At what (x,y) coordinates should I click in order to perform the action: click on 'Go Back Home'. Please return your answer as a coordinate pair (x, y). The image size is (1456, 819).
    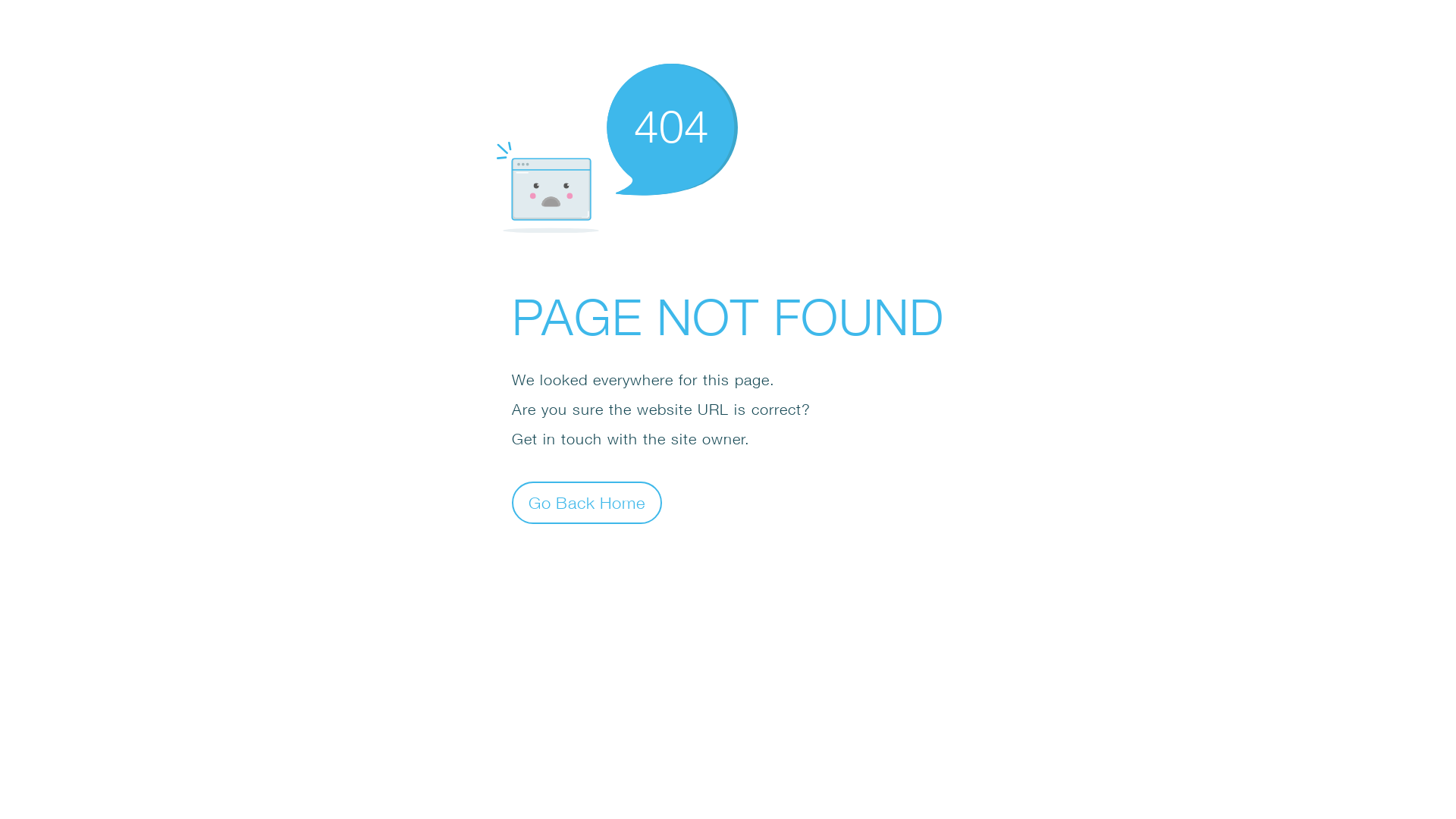
    Looking at the image, I should click on (585, 503).